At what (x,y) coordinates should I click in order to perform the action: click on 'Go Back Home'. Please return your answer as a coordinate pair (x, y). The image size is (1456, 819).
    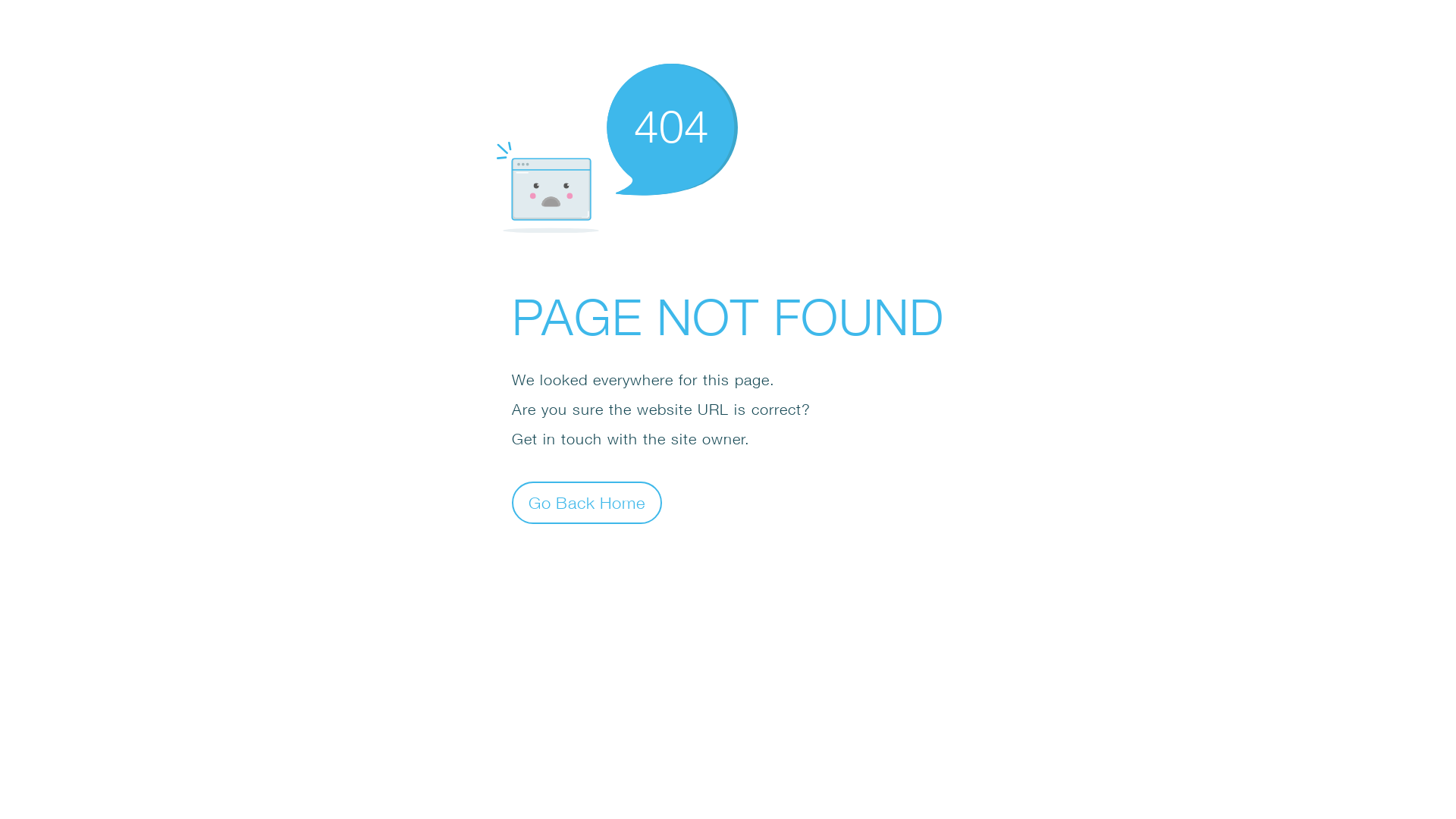
    Looking at the image, I should click on (585, 503).